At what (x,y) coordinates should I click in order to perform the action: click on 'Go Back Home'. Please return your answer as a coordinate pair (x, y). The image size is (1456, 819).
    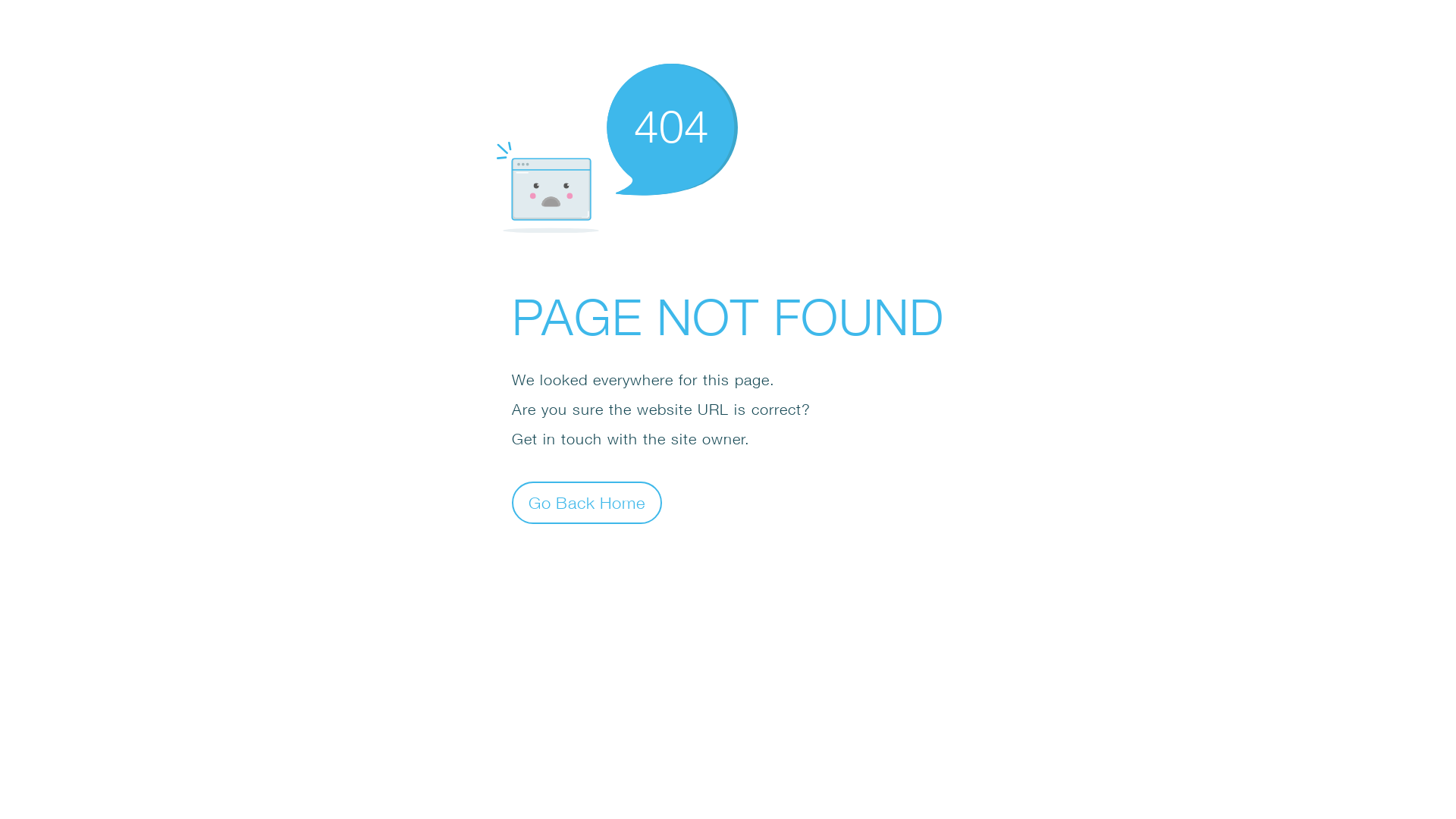
    Looking at the image, I should click on (585, 503).